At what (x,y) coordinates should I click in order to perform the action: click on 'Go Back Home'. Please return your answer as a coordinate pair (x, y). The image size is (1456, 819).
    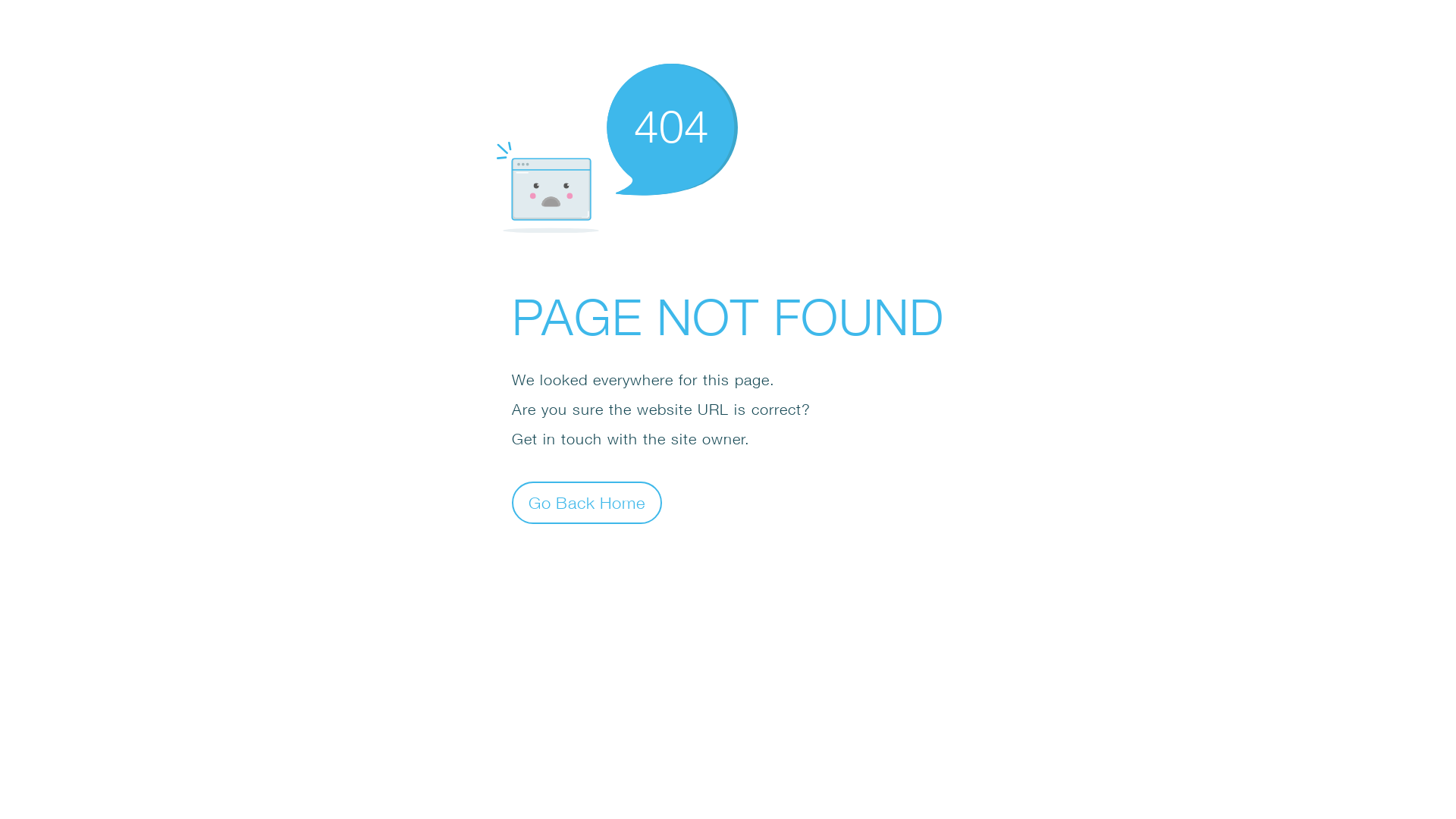
    Looking at the image, I should click on (585, 503).